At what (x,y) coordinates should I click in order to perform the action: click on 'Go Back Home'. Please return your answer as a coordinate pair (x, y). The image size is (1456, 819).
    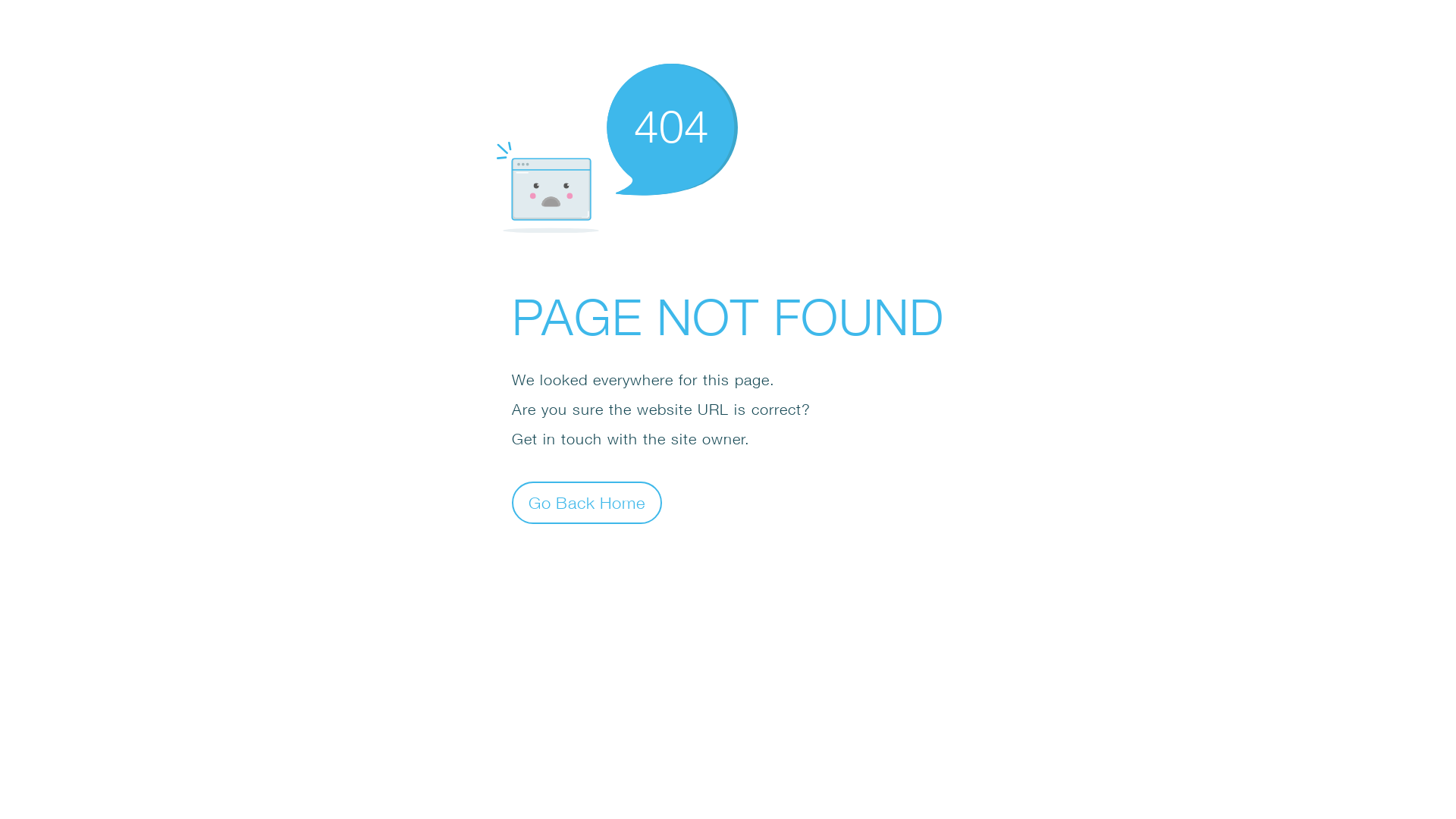
    Looking at the image, I should click on (585, 503).